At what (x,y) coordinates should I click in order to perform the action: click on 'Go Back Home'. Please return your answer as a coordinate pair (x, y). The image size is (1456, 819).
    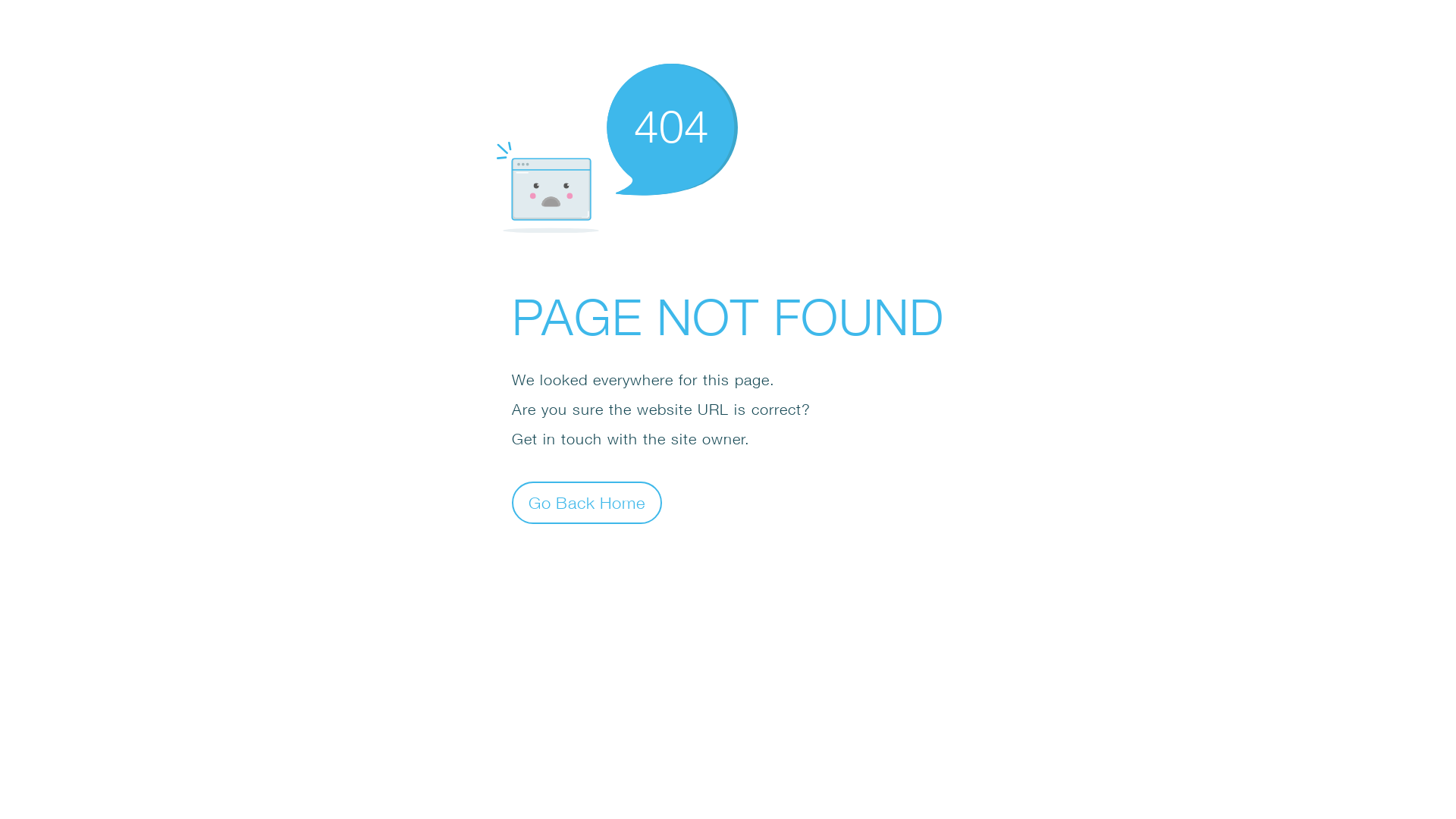
    Looking at the image, I should click on (585, 503).